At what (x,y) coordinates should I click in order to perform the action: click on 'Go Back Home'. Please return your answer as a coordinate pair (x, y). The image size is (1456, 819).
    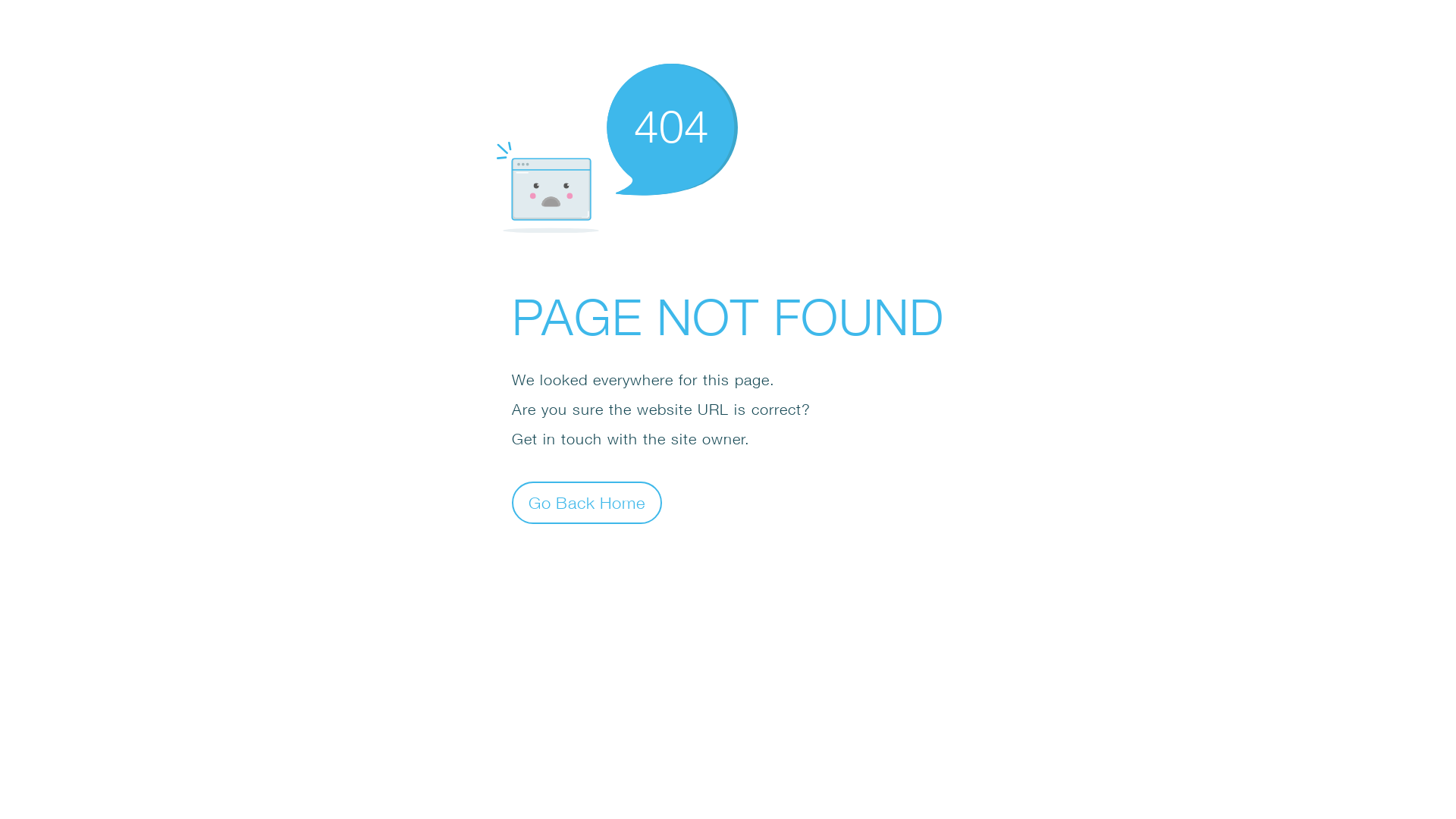
    Looking at the image, I should click on (585, 503).